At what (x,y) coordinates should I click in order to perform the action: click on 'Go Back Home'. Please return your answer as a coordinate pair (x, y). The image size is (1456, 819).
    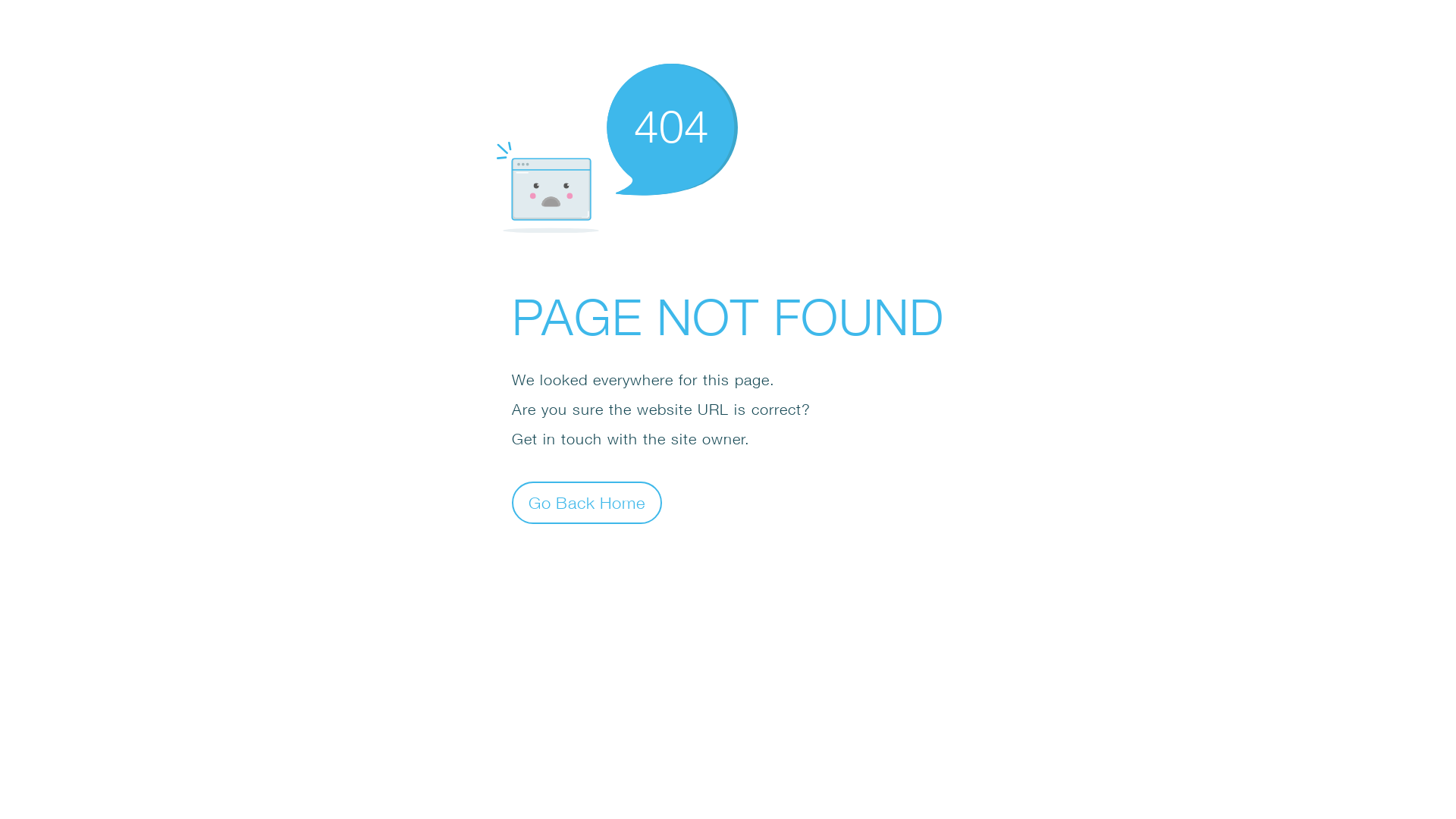
    Looking at the image, I should click on (585, 503).